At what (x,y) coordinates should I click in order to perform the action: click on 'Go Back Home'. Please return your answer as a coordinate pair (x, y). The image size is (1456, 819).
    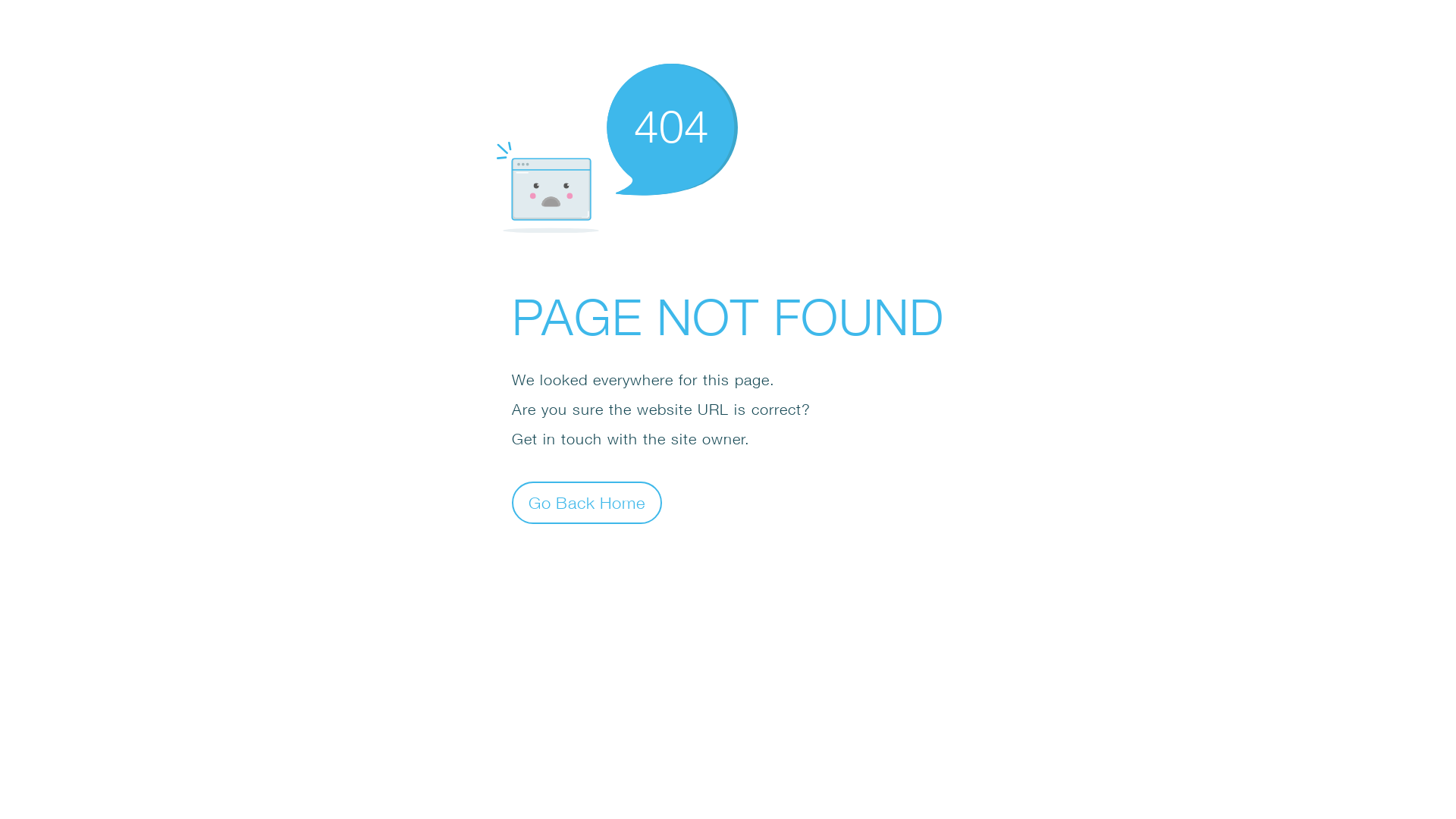
    Looking at the image, I should click on (585, 503).